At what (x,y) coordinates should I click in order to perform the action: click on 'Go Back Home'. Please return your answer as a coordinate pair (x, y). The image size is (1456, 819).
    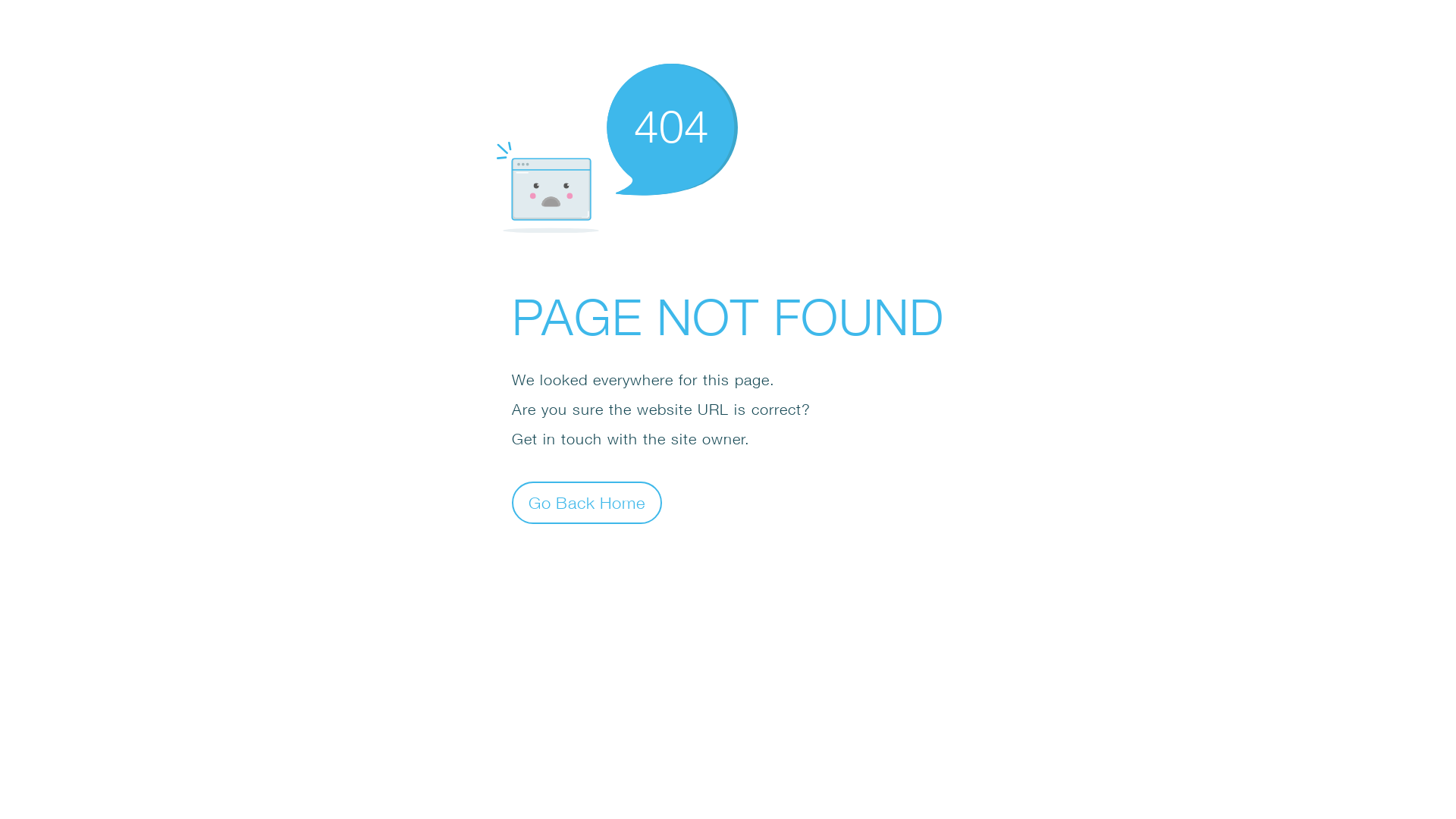
    Looking at the image, I should click on (585, 503).